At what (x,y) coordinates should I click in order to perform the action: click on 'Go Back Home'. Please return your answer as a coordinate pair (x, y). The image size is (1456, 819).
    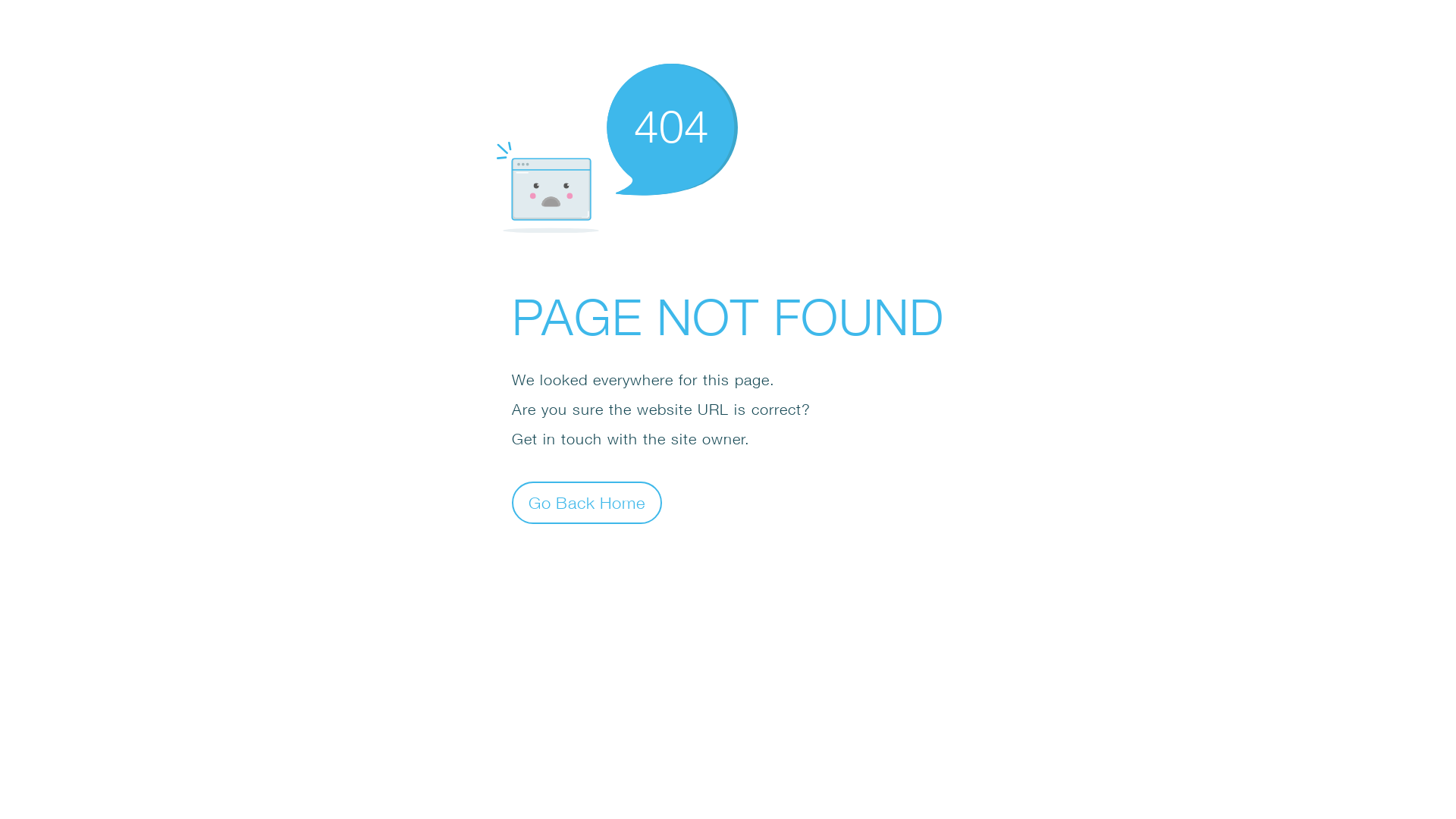
    Looking at the image, I should click on (585, 503).